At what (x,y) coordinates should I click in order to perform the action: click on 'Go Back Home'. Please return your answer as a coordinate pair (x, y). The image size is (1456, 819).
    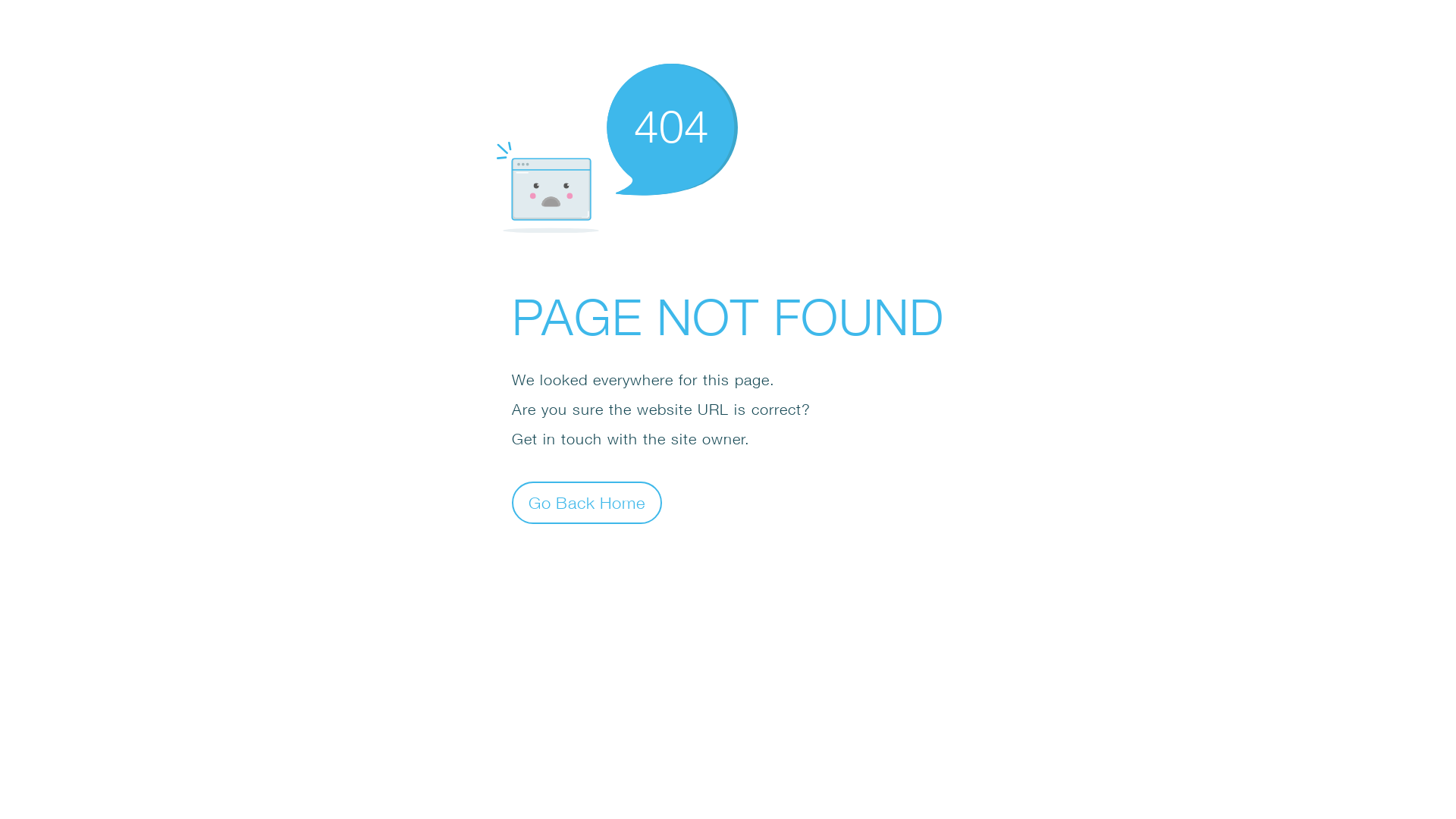
    Looking at the image, I should click on (585, 503).